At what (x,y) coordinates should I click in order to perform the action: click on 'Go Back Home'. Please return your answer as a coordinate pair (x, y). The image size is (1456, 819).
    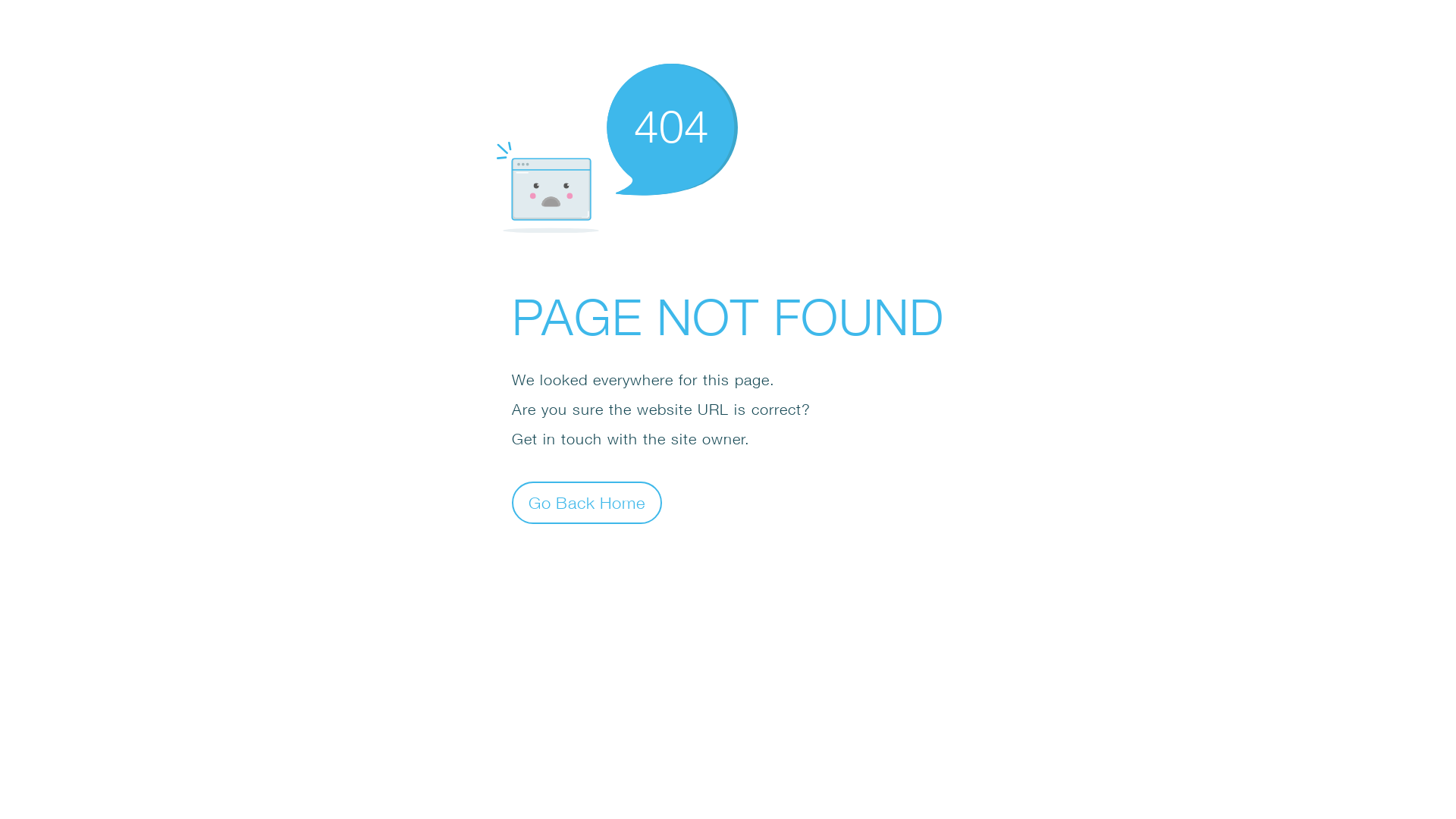
    Looking at the image, I should click on (585, 503).